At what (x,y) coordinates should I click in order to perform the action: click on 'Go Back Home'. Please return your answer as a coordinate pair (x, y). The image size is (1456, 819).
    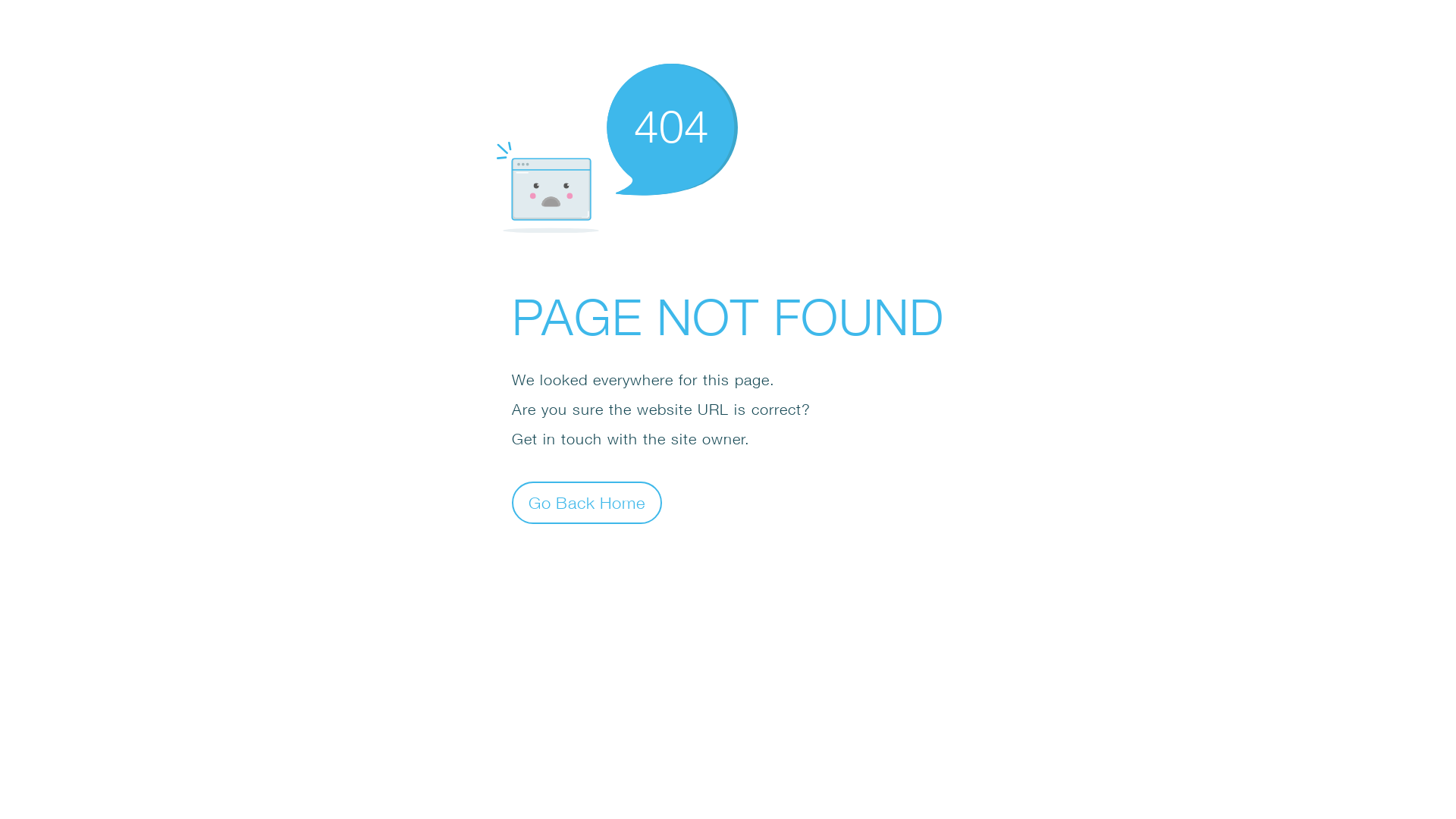
    Looking at the image, I should click on (585, 503).